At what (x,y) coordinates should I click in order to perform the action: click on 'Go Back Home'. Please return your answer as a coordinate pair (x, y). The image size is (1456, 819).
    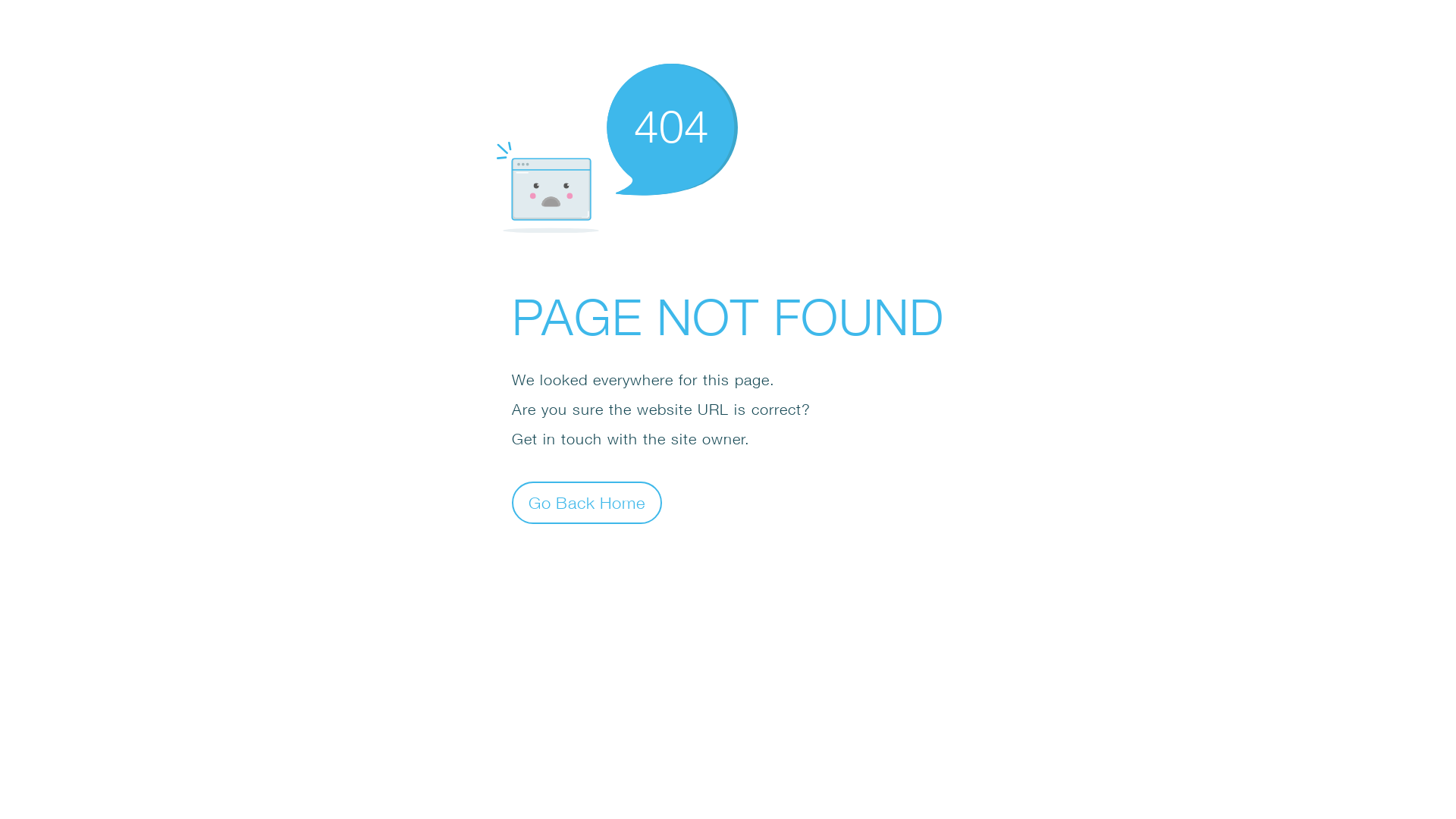
    Looking at the image, I should click on (585, 503).